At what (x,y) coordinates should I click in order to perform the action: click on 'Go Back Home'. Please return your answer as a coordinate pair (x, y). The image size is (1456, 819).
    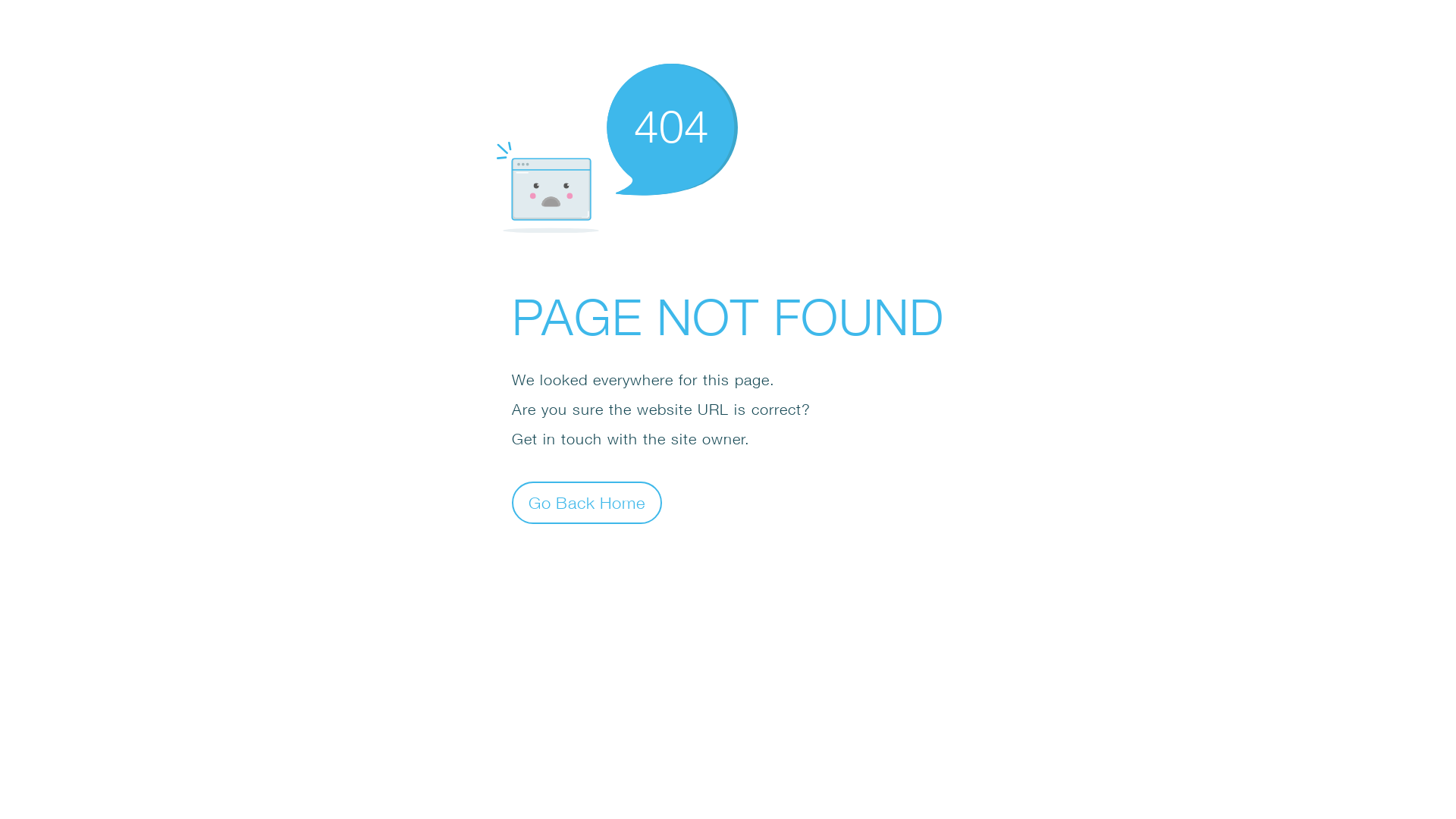
    Looking at the image, I should click on (585, 503).